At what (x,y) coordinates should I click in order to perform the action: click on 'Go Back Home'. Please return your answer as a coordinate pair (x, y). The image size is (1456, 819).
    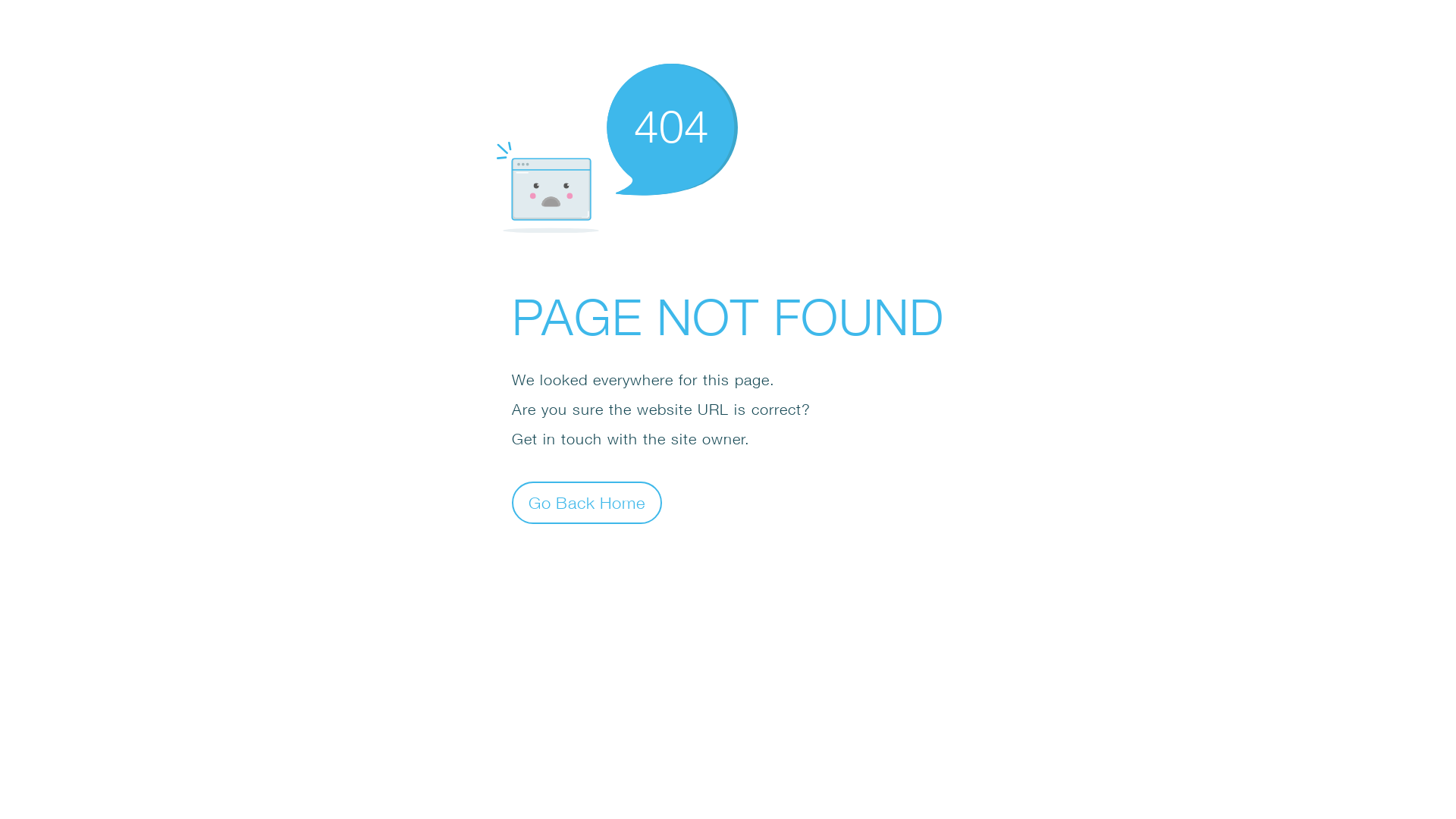
    Looking at the image, I should click on (585, 503).